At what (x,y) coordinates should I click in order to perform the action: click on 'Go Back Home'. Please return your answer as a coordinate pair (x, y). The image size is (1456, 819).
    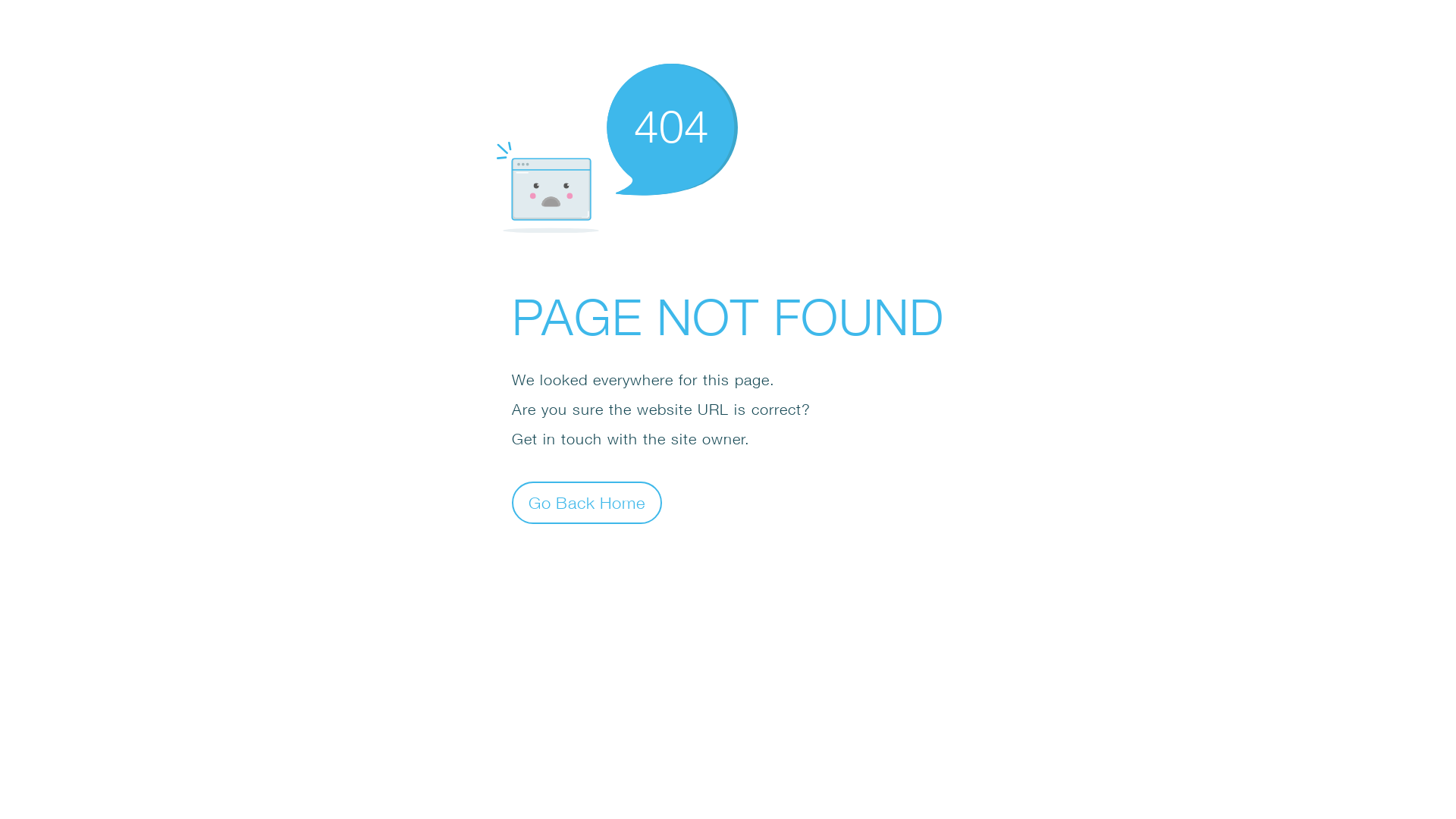
    Looking at the image, I should click on (585, 503).